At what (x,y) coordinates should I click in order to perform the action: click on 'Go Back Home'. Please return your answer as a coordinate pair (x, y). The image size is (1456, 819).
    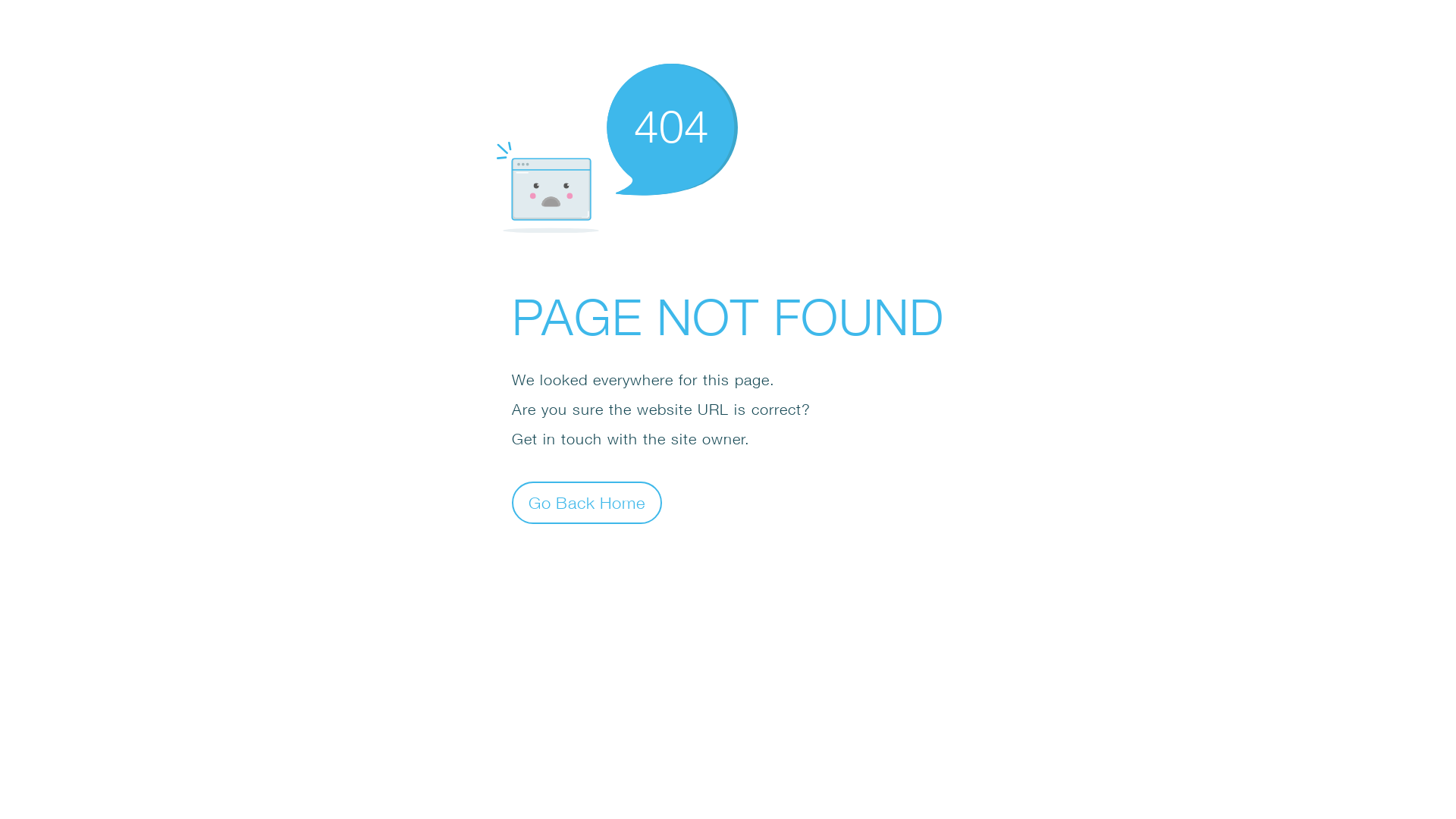
    Looking at the image, I should click on (585, 503).